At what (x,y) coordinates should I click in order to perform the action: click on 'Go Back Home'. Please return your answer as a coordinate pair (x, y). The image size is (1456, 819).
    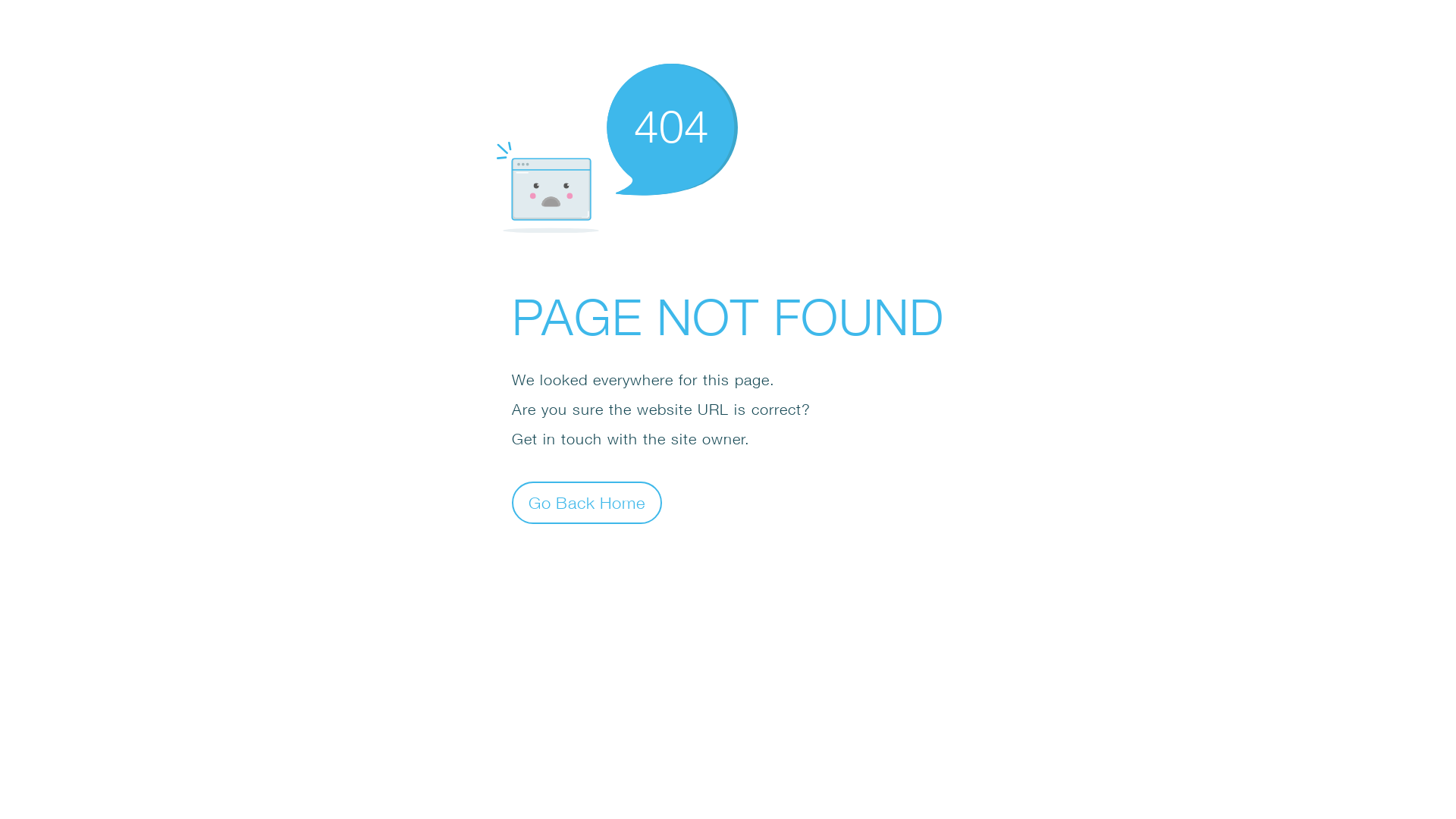
    Looking at the image, I should click on (585, 503).